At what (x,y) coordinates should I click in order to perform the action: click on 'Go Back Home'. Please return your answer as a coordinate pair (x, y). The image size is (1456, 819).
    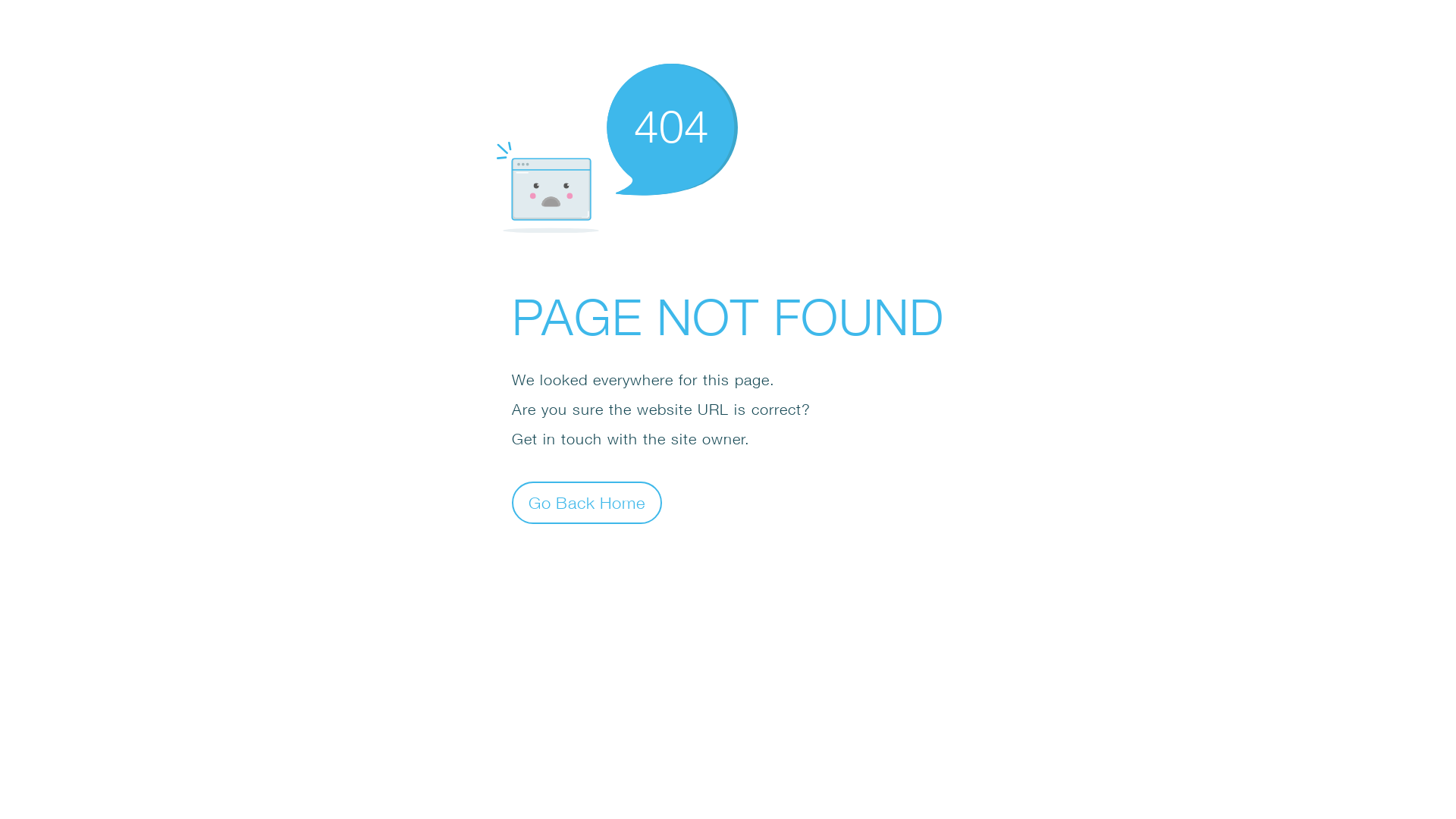
    Looking at the image, I should click on (585, 503).